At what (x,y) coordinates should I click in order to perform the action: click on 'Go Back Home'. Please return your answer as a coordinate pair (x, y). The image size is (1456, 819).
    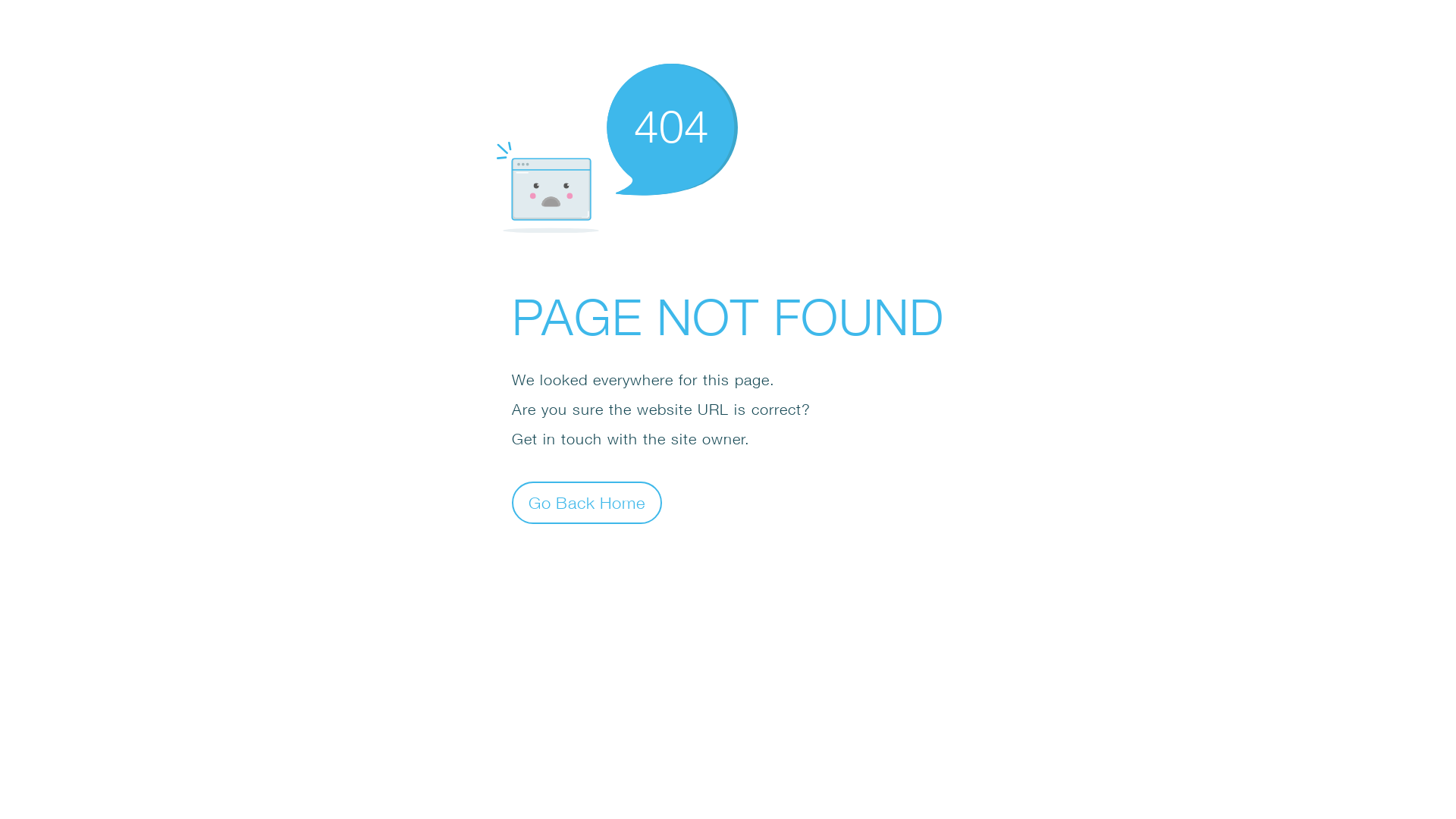
    Looking at the image, I should click on (585, 503).